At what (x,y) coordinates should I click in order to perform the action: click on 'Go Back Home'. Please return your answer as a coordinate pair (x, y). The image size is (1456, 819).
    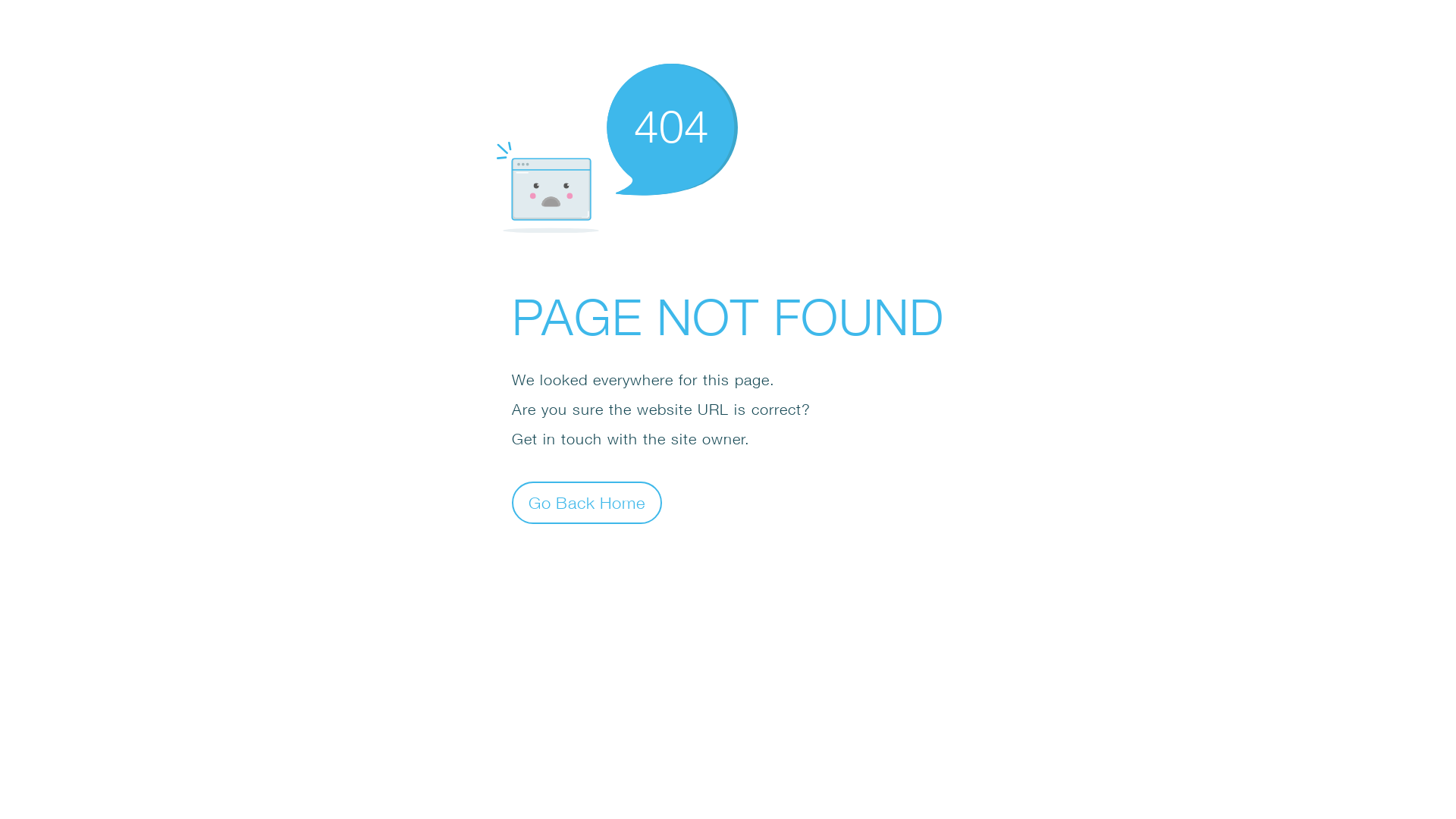
    Looking at the image, I should click on (585, 503).